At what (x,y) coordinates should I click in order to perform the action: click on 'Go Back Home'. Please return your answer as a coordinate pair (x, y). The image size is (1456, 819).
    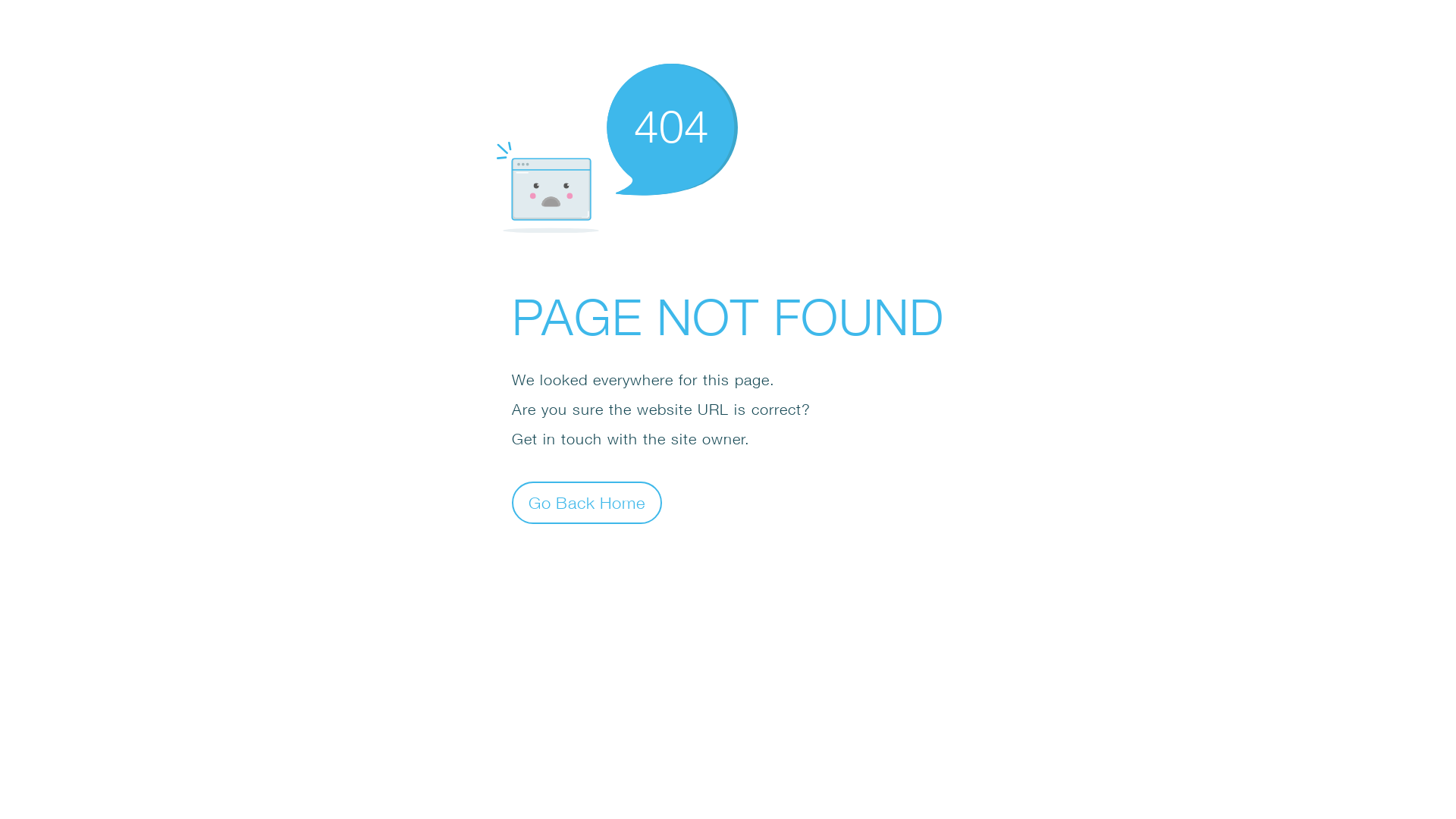
    Looking at the image, I should click on (585, 503).